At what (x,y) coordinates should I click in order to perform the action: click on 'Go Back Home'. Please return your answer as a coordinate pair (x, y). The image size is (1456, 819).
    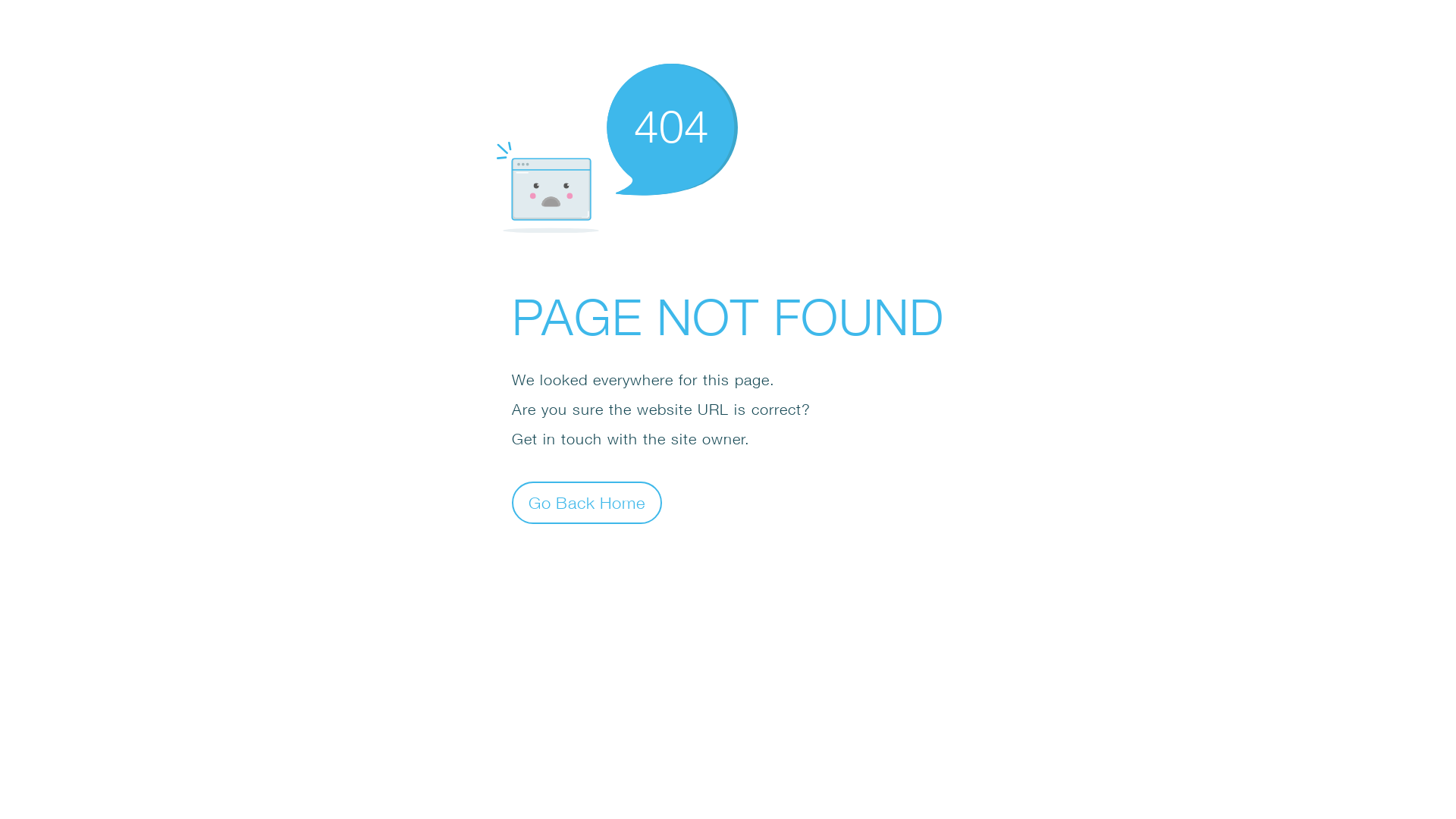
    Looking at the image, I should click on (585, 503).